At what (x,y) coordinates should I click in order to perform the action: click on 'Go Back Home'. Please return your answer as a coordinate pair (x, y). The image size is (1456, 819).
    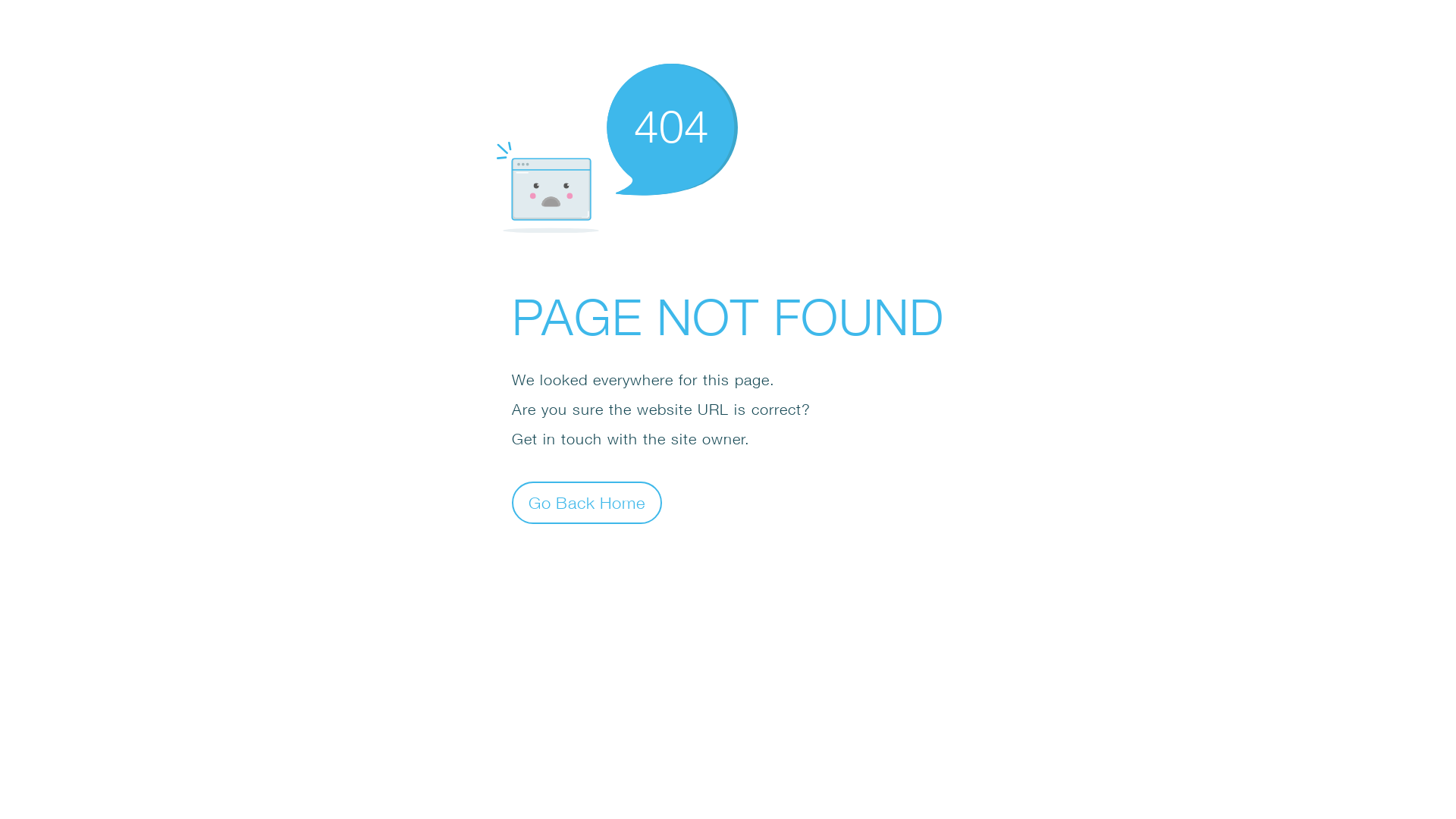
    Looking at the image, I should click on (585, 503).